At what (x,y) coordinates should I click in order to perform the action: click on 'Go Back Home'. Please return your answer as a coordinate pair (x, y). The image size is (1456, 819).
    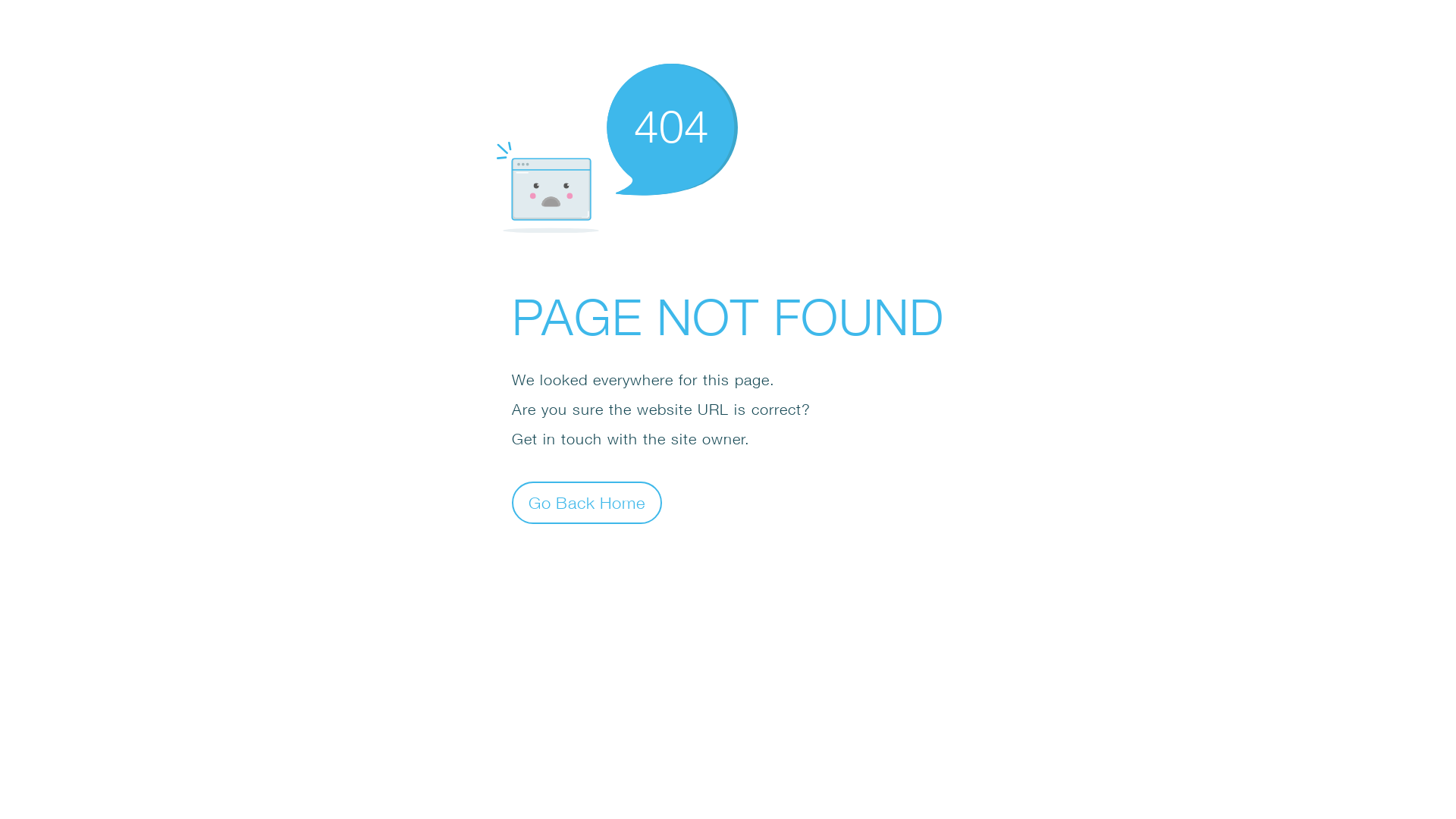
    Looking at the image, I should click on (585, 503).